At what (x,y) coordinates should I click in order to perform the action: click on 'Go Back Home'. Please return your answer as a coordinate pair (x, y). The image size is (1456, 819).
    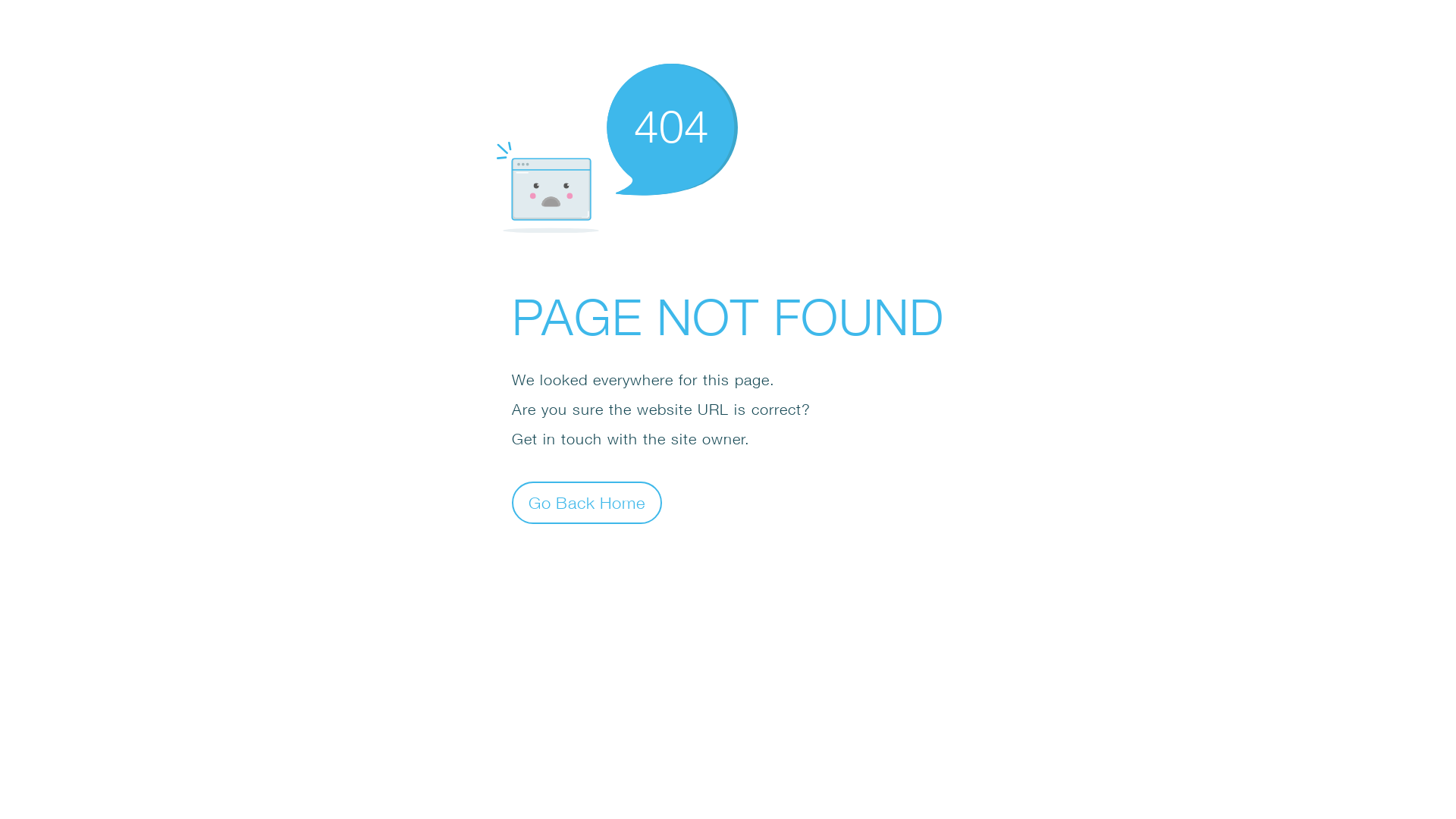
    Looking at the image, I should click on (585, 503).